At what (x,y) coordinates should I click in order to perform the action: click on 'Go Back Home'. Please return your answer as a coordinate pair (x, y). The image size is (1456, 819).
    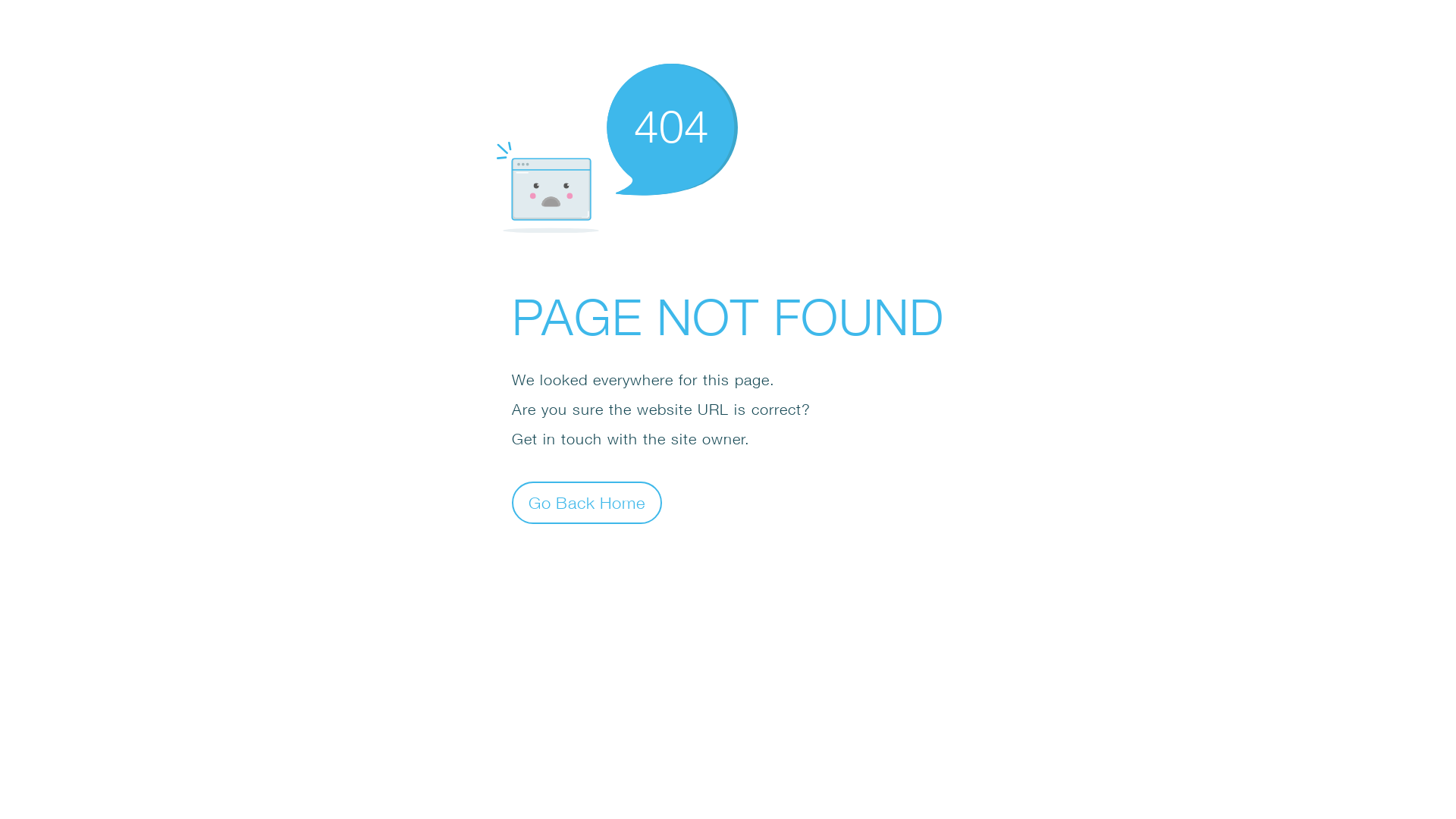
    Looking at the image, I should click on (585, 503).